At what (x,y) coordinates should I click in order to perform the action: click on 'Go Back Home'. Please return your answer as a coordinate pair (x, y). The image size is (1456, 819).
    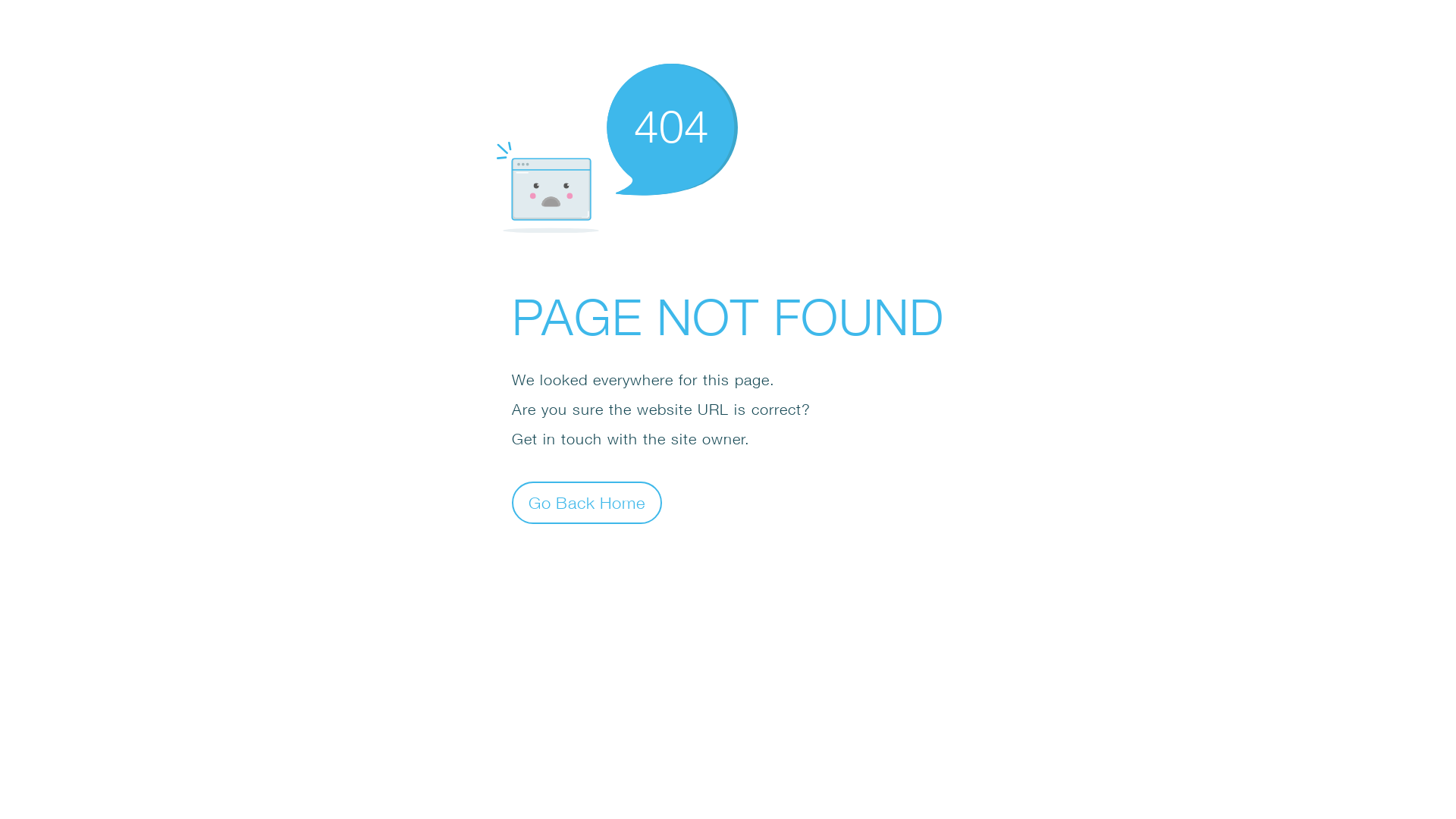
    Looking at the image, I should click on (585, 503).